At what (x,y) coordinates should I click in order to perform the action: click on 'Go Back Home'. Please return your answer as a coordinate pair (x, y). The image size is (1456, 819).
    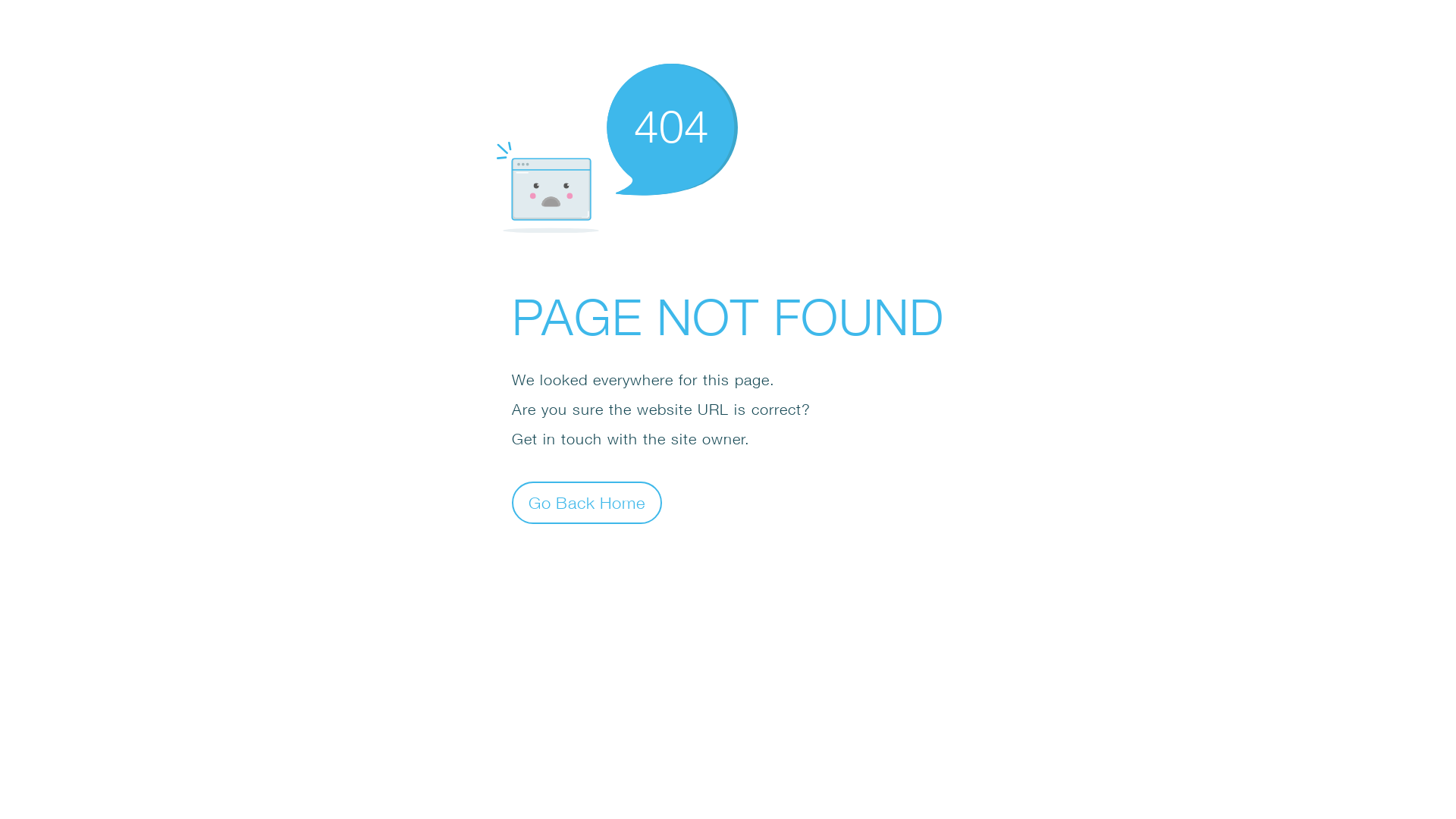
    Looking at the image, I should click on (585, 503).